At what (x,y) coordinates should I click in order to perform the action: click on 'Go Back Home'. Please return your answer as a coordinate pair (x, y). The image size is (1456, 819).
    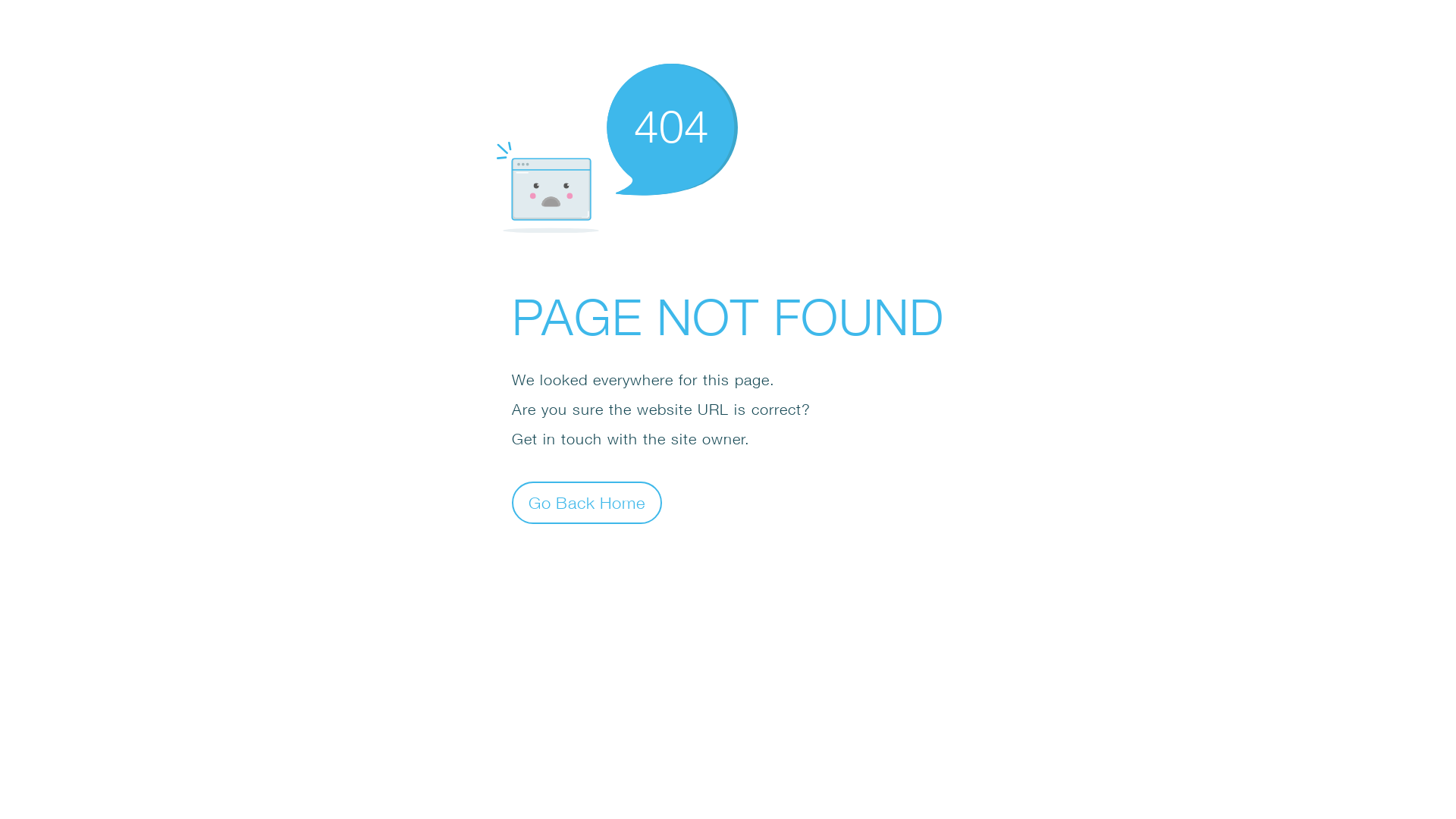
    Looking at the image, I should click on (585, 503).